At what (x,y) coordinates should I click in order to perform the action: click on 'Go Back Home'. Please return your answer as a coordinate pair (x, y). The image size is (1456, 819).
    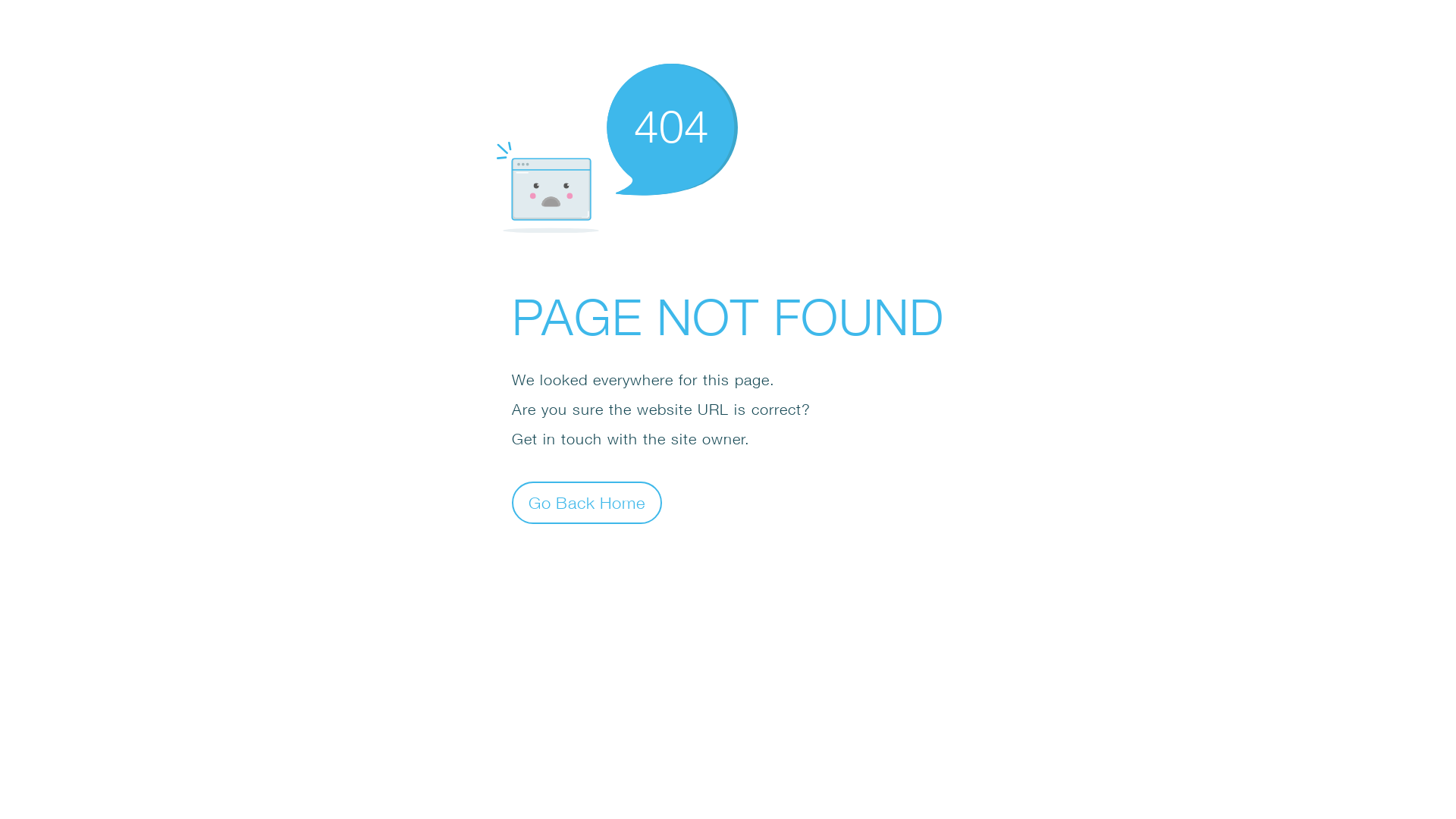
    Looking at the image, I should click on (585, 503).